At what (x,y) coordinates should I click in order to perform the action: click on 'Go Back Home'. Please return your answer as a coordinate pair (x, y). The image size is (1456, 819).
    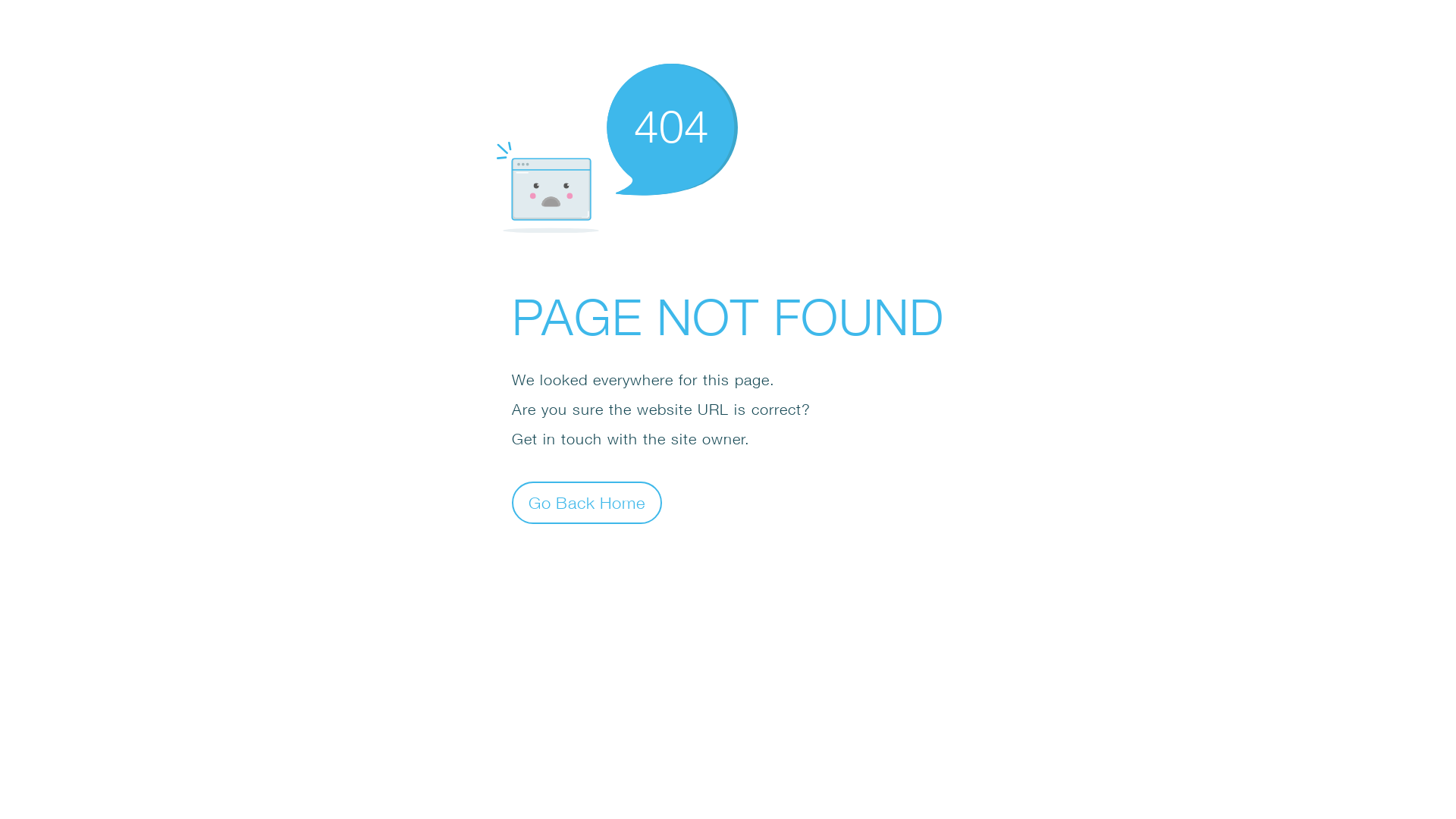
    Looking at the image, I should click on (585, 503).